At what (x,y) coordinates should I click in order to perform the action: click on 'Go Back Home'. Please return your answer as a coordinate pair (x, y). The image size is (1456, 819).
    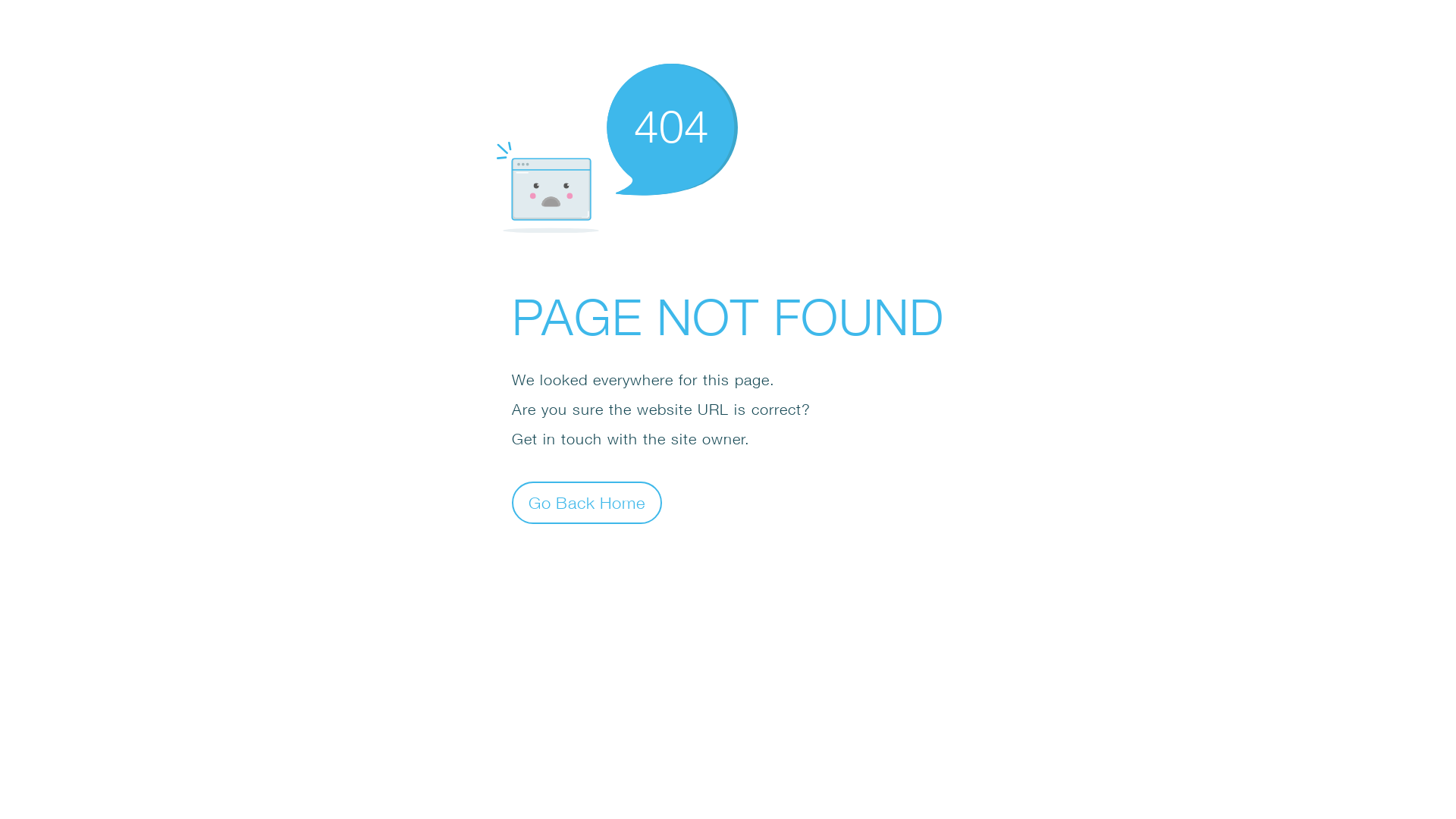
    Looking at the image, I should click on (585, 503).